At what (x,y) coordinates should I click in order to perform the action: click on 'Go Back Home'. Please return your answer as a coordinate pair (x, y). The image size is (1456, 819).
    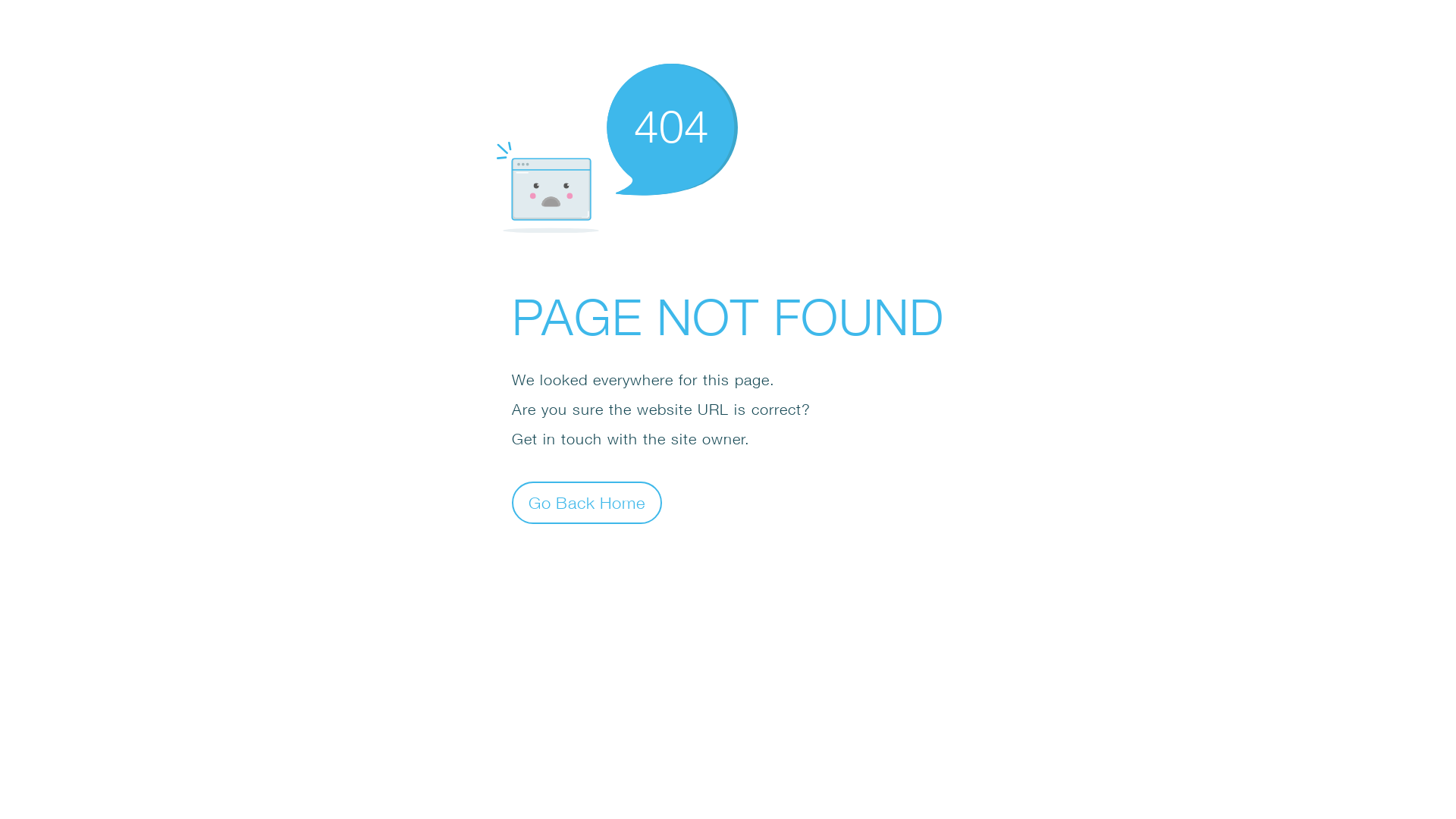
    Looking at the image, I should click on (585, 503).